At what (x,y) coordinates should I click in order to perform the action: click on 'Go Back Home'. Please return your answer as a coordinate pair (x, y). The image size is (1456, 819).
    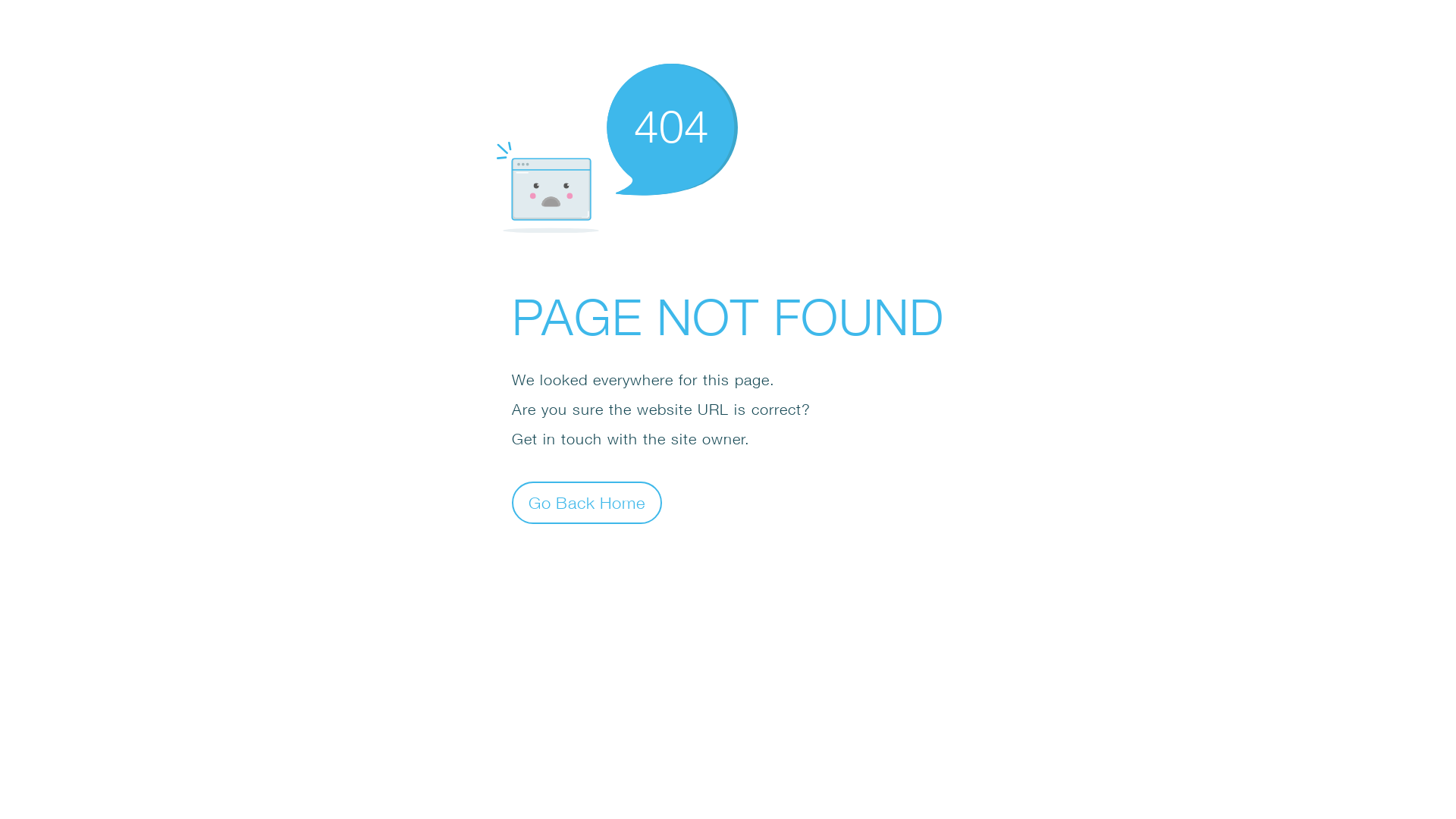
    Looking at the image, I should click on (585, 503).